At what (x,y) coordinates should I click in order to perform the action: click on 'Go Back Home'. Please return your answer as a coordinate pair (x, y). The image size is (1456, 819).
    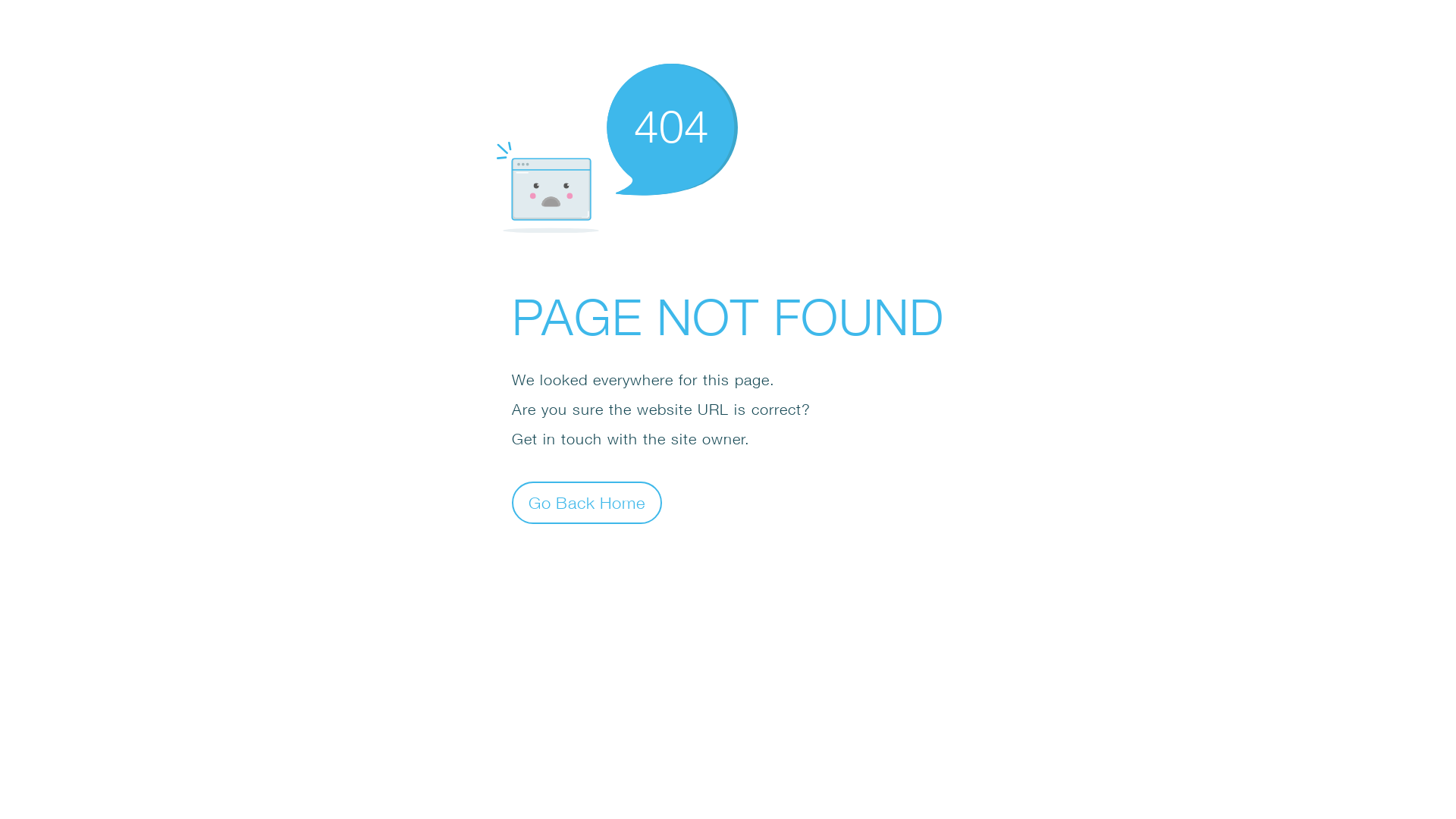
    Looking at the image, I should click on (585, 503).